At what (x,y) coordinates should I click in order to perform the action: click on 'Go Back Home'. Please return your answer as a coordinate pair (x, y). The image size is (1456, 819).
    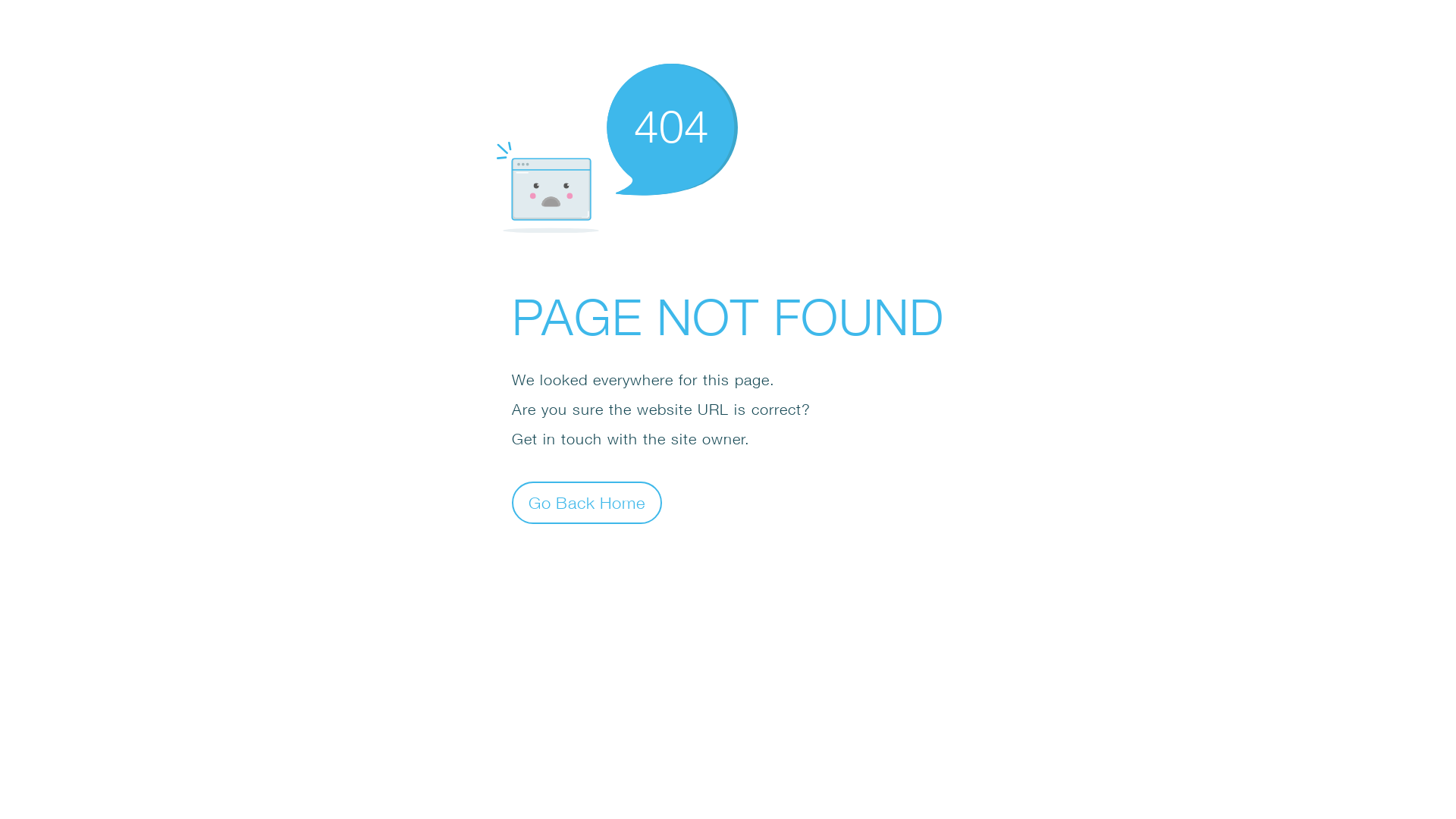
    Looking at the image, I should click on (585, 503).